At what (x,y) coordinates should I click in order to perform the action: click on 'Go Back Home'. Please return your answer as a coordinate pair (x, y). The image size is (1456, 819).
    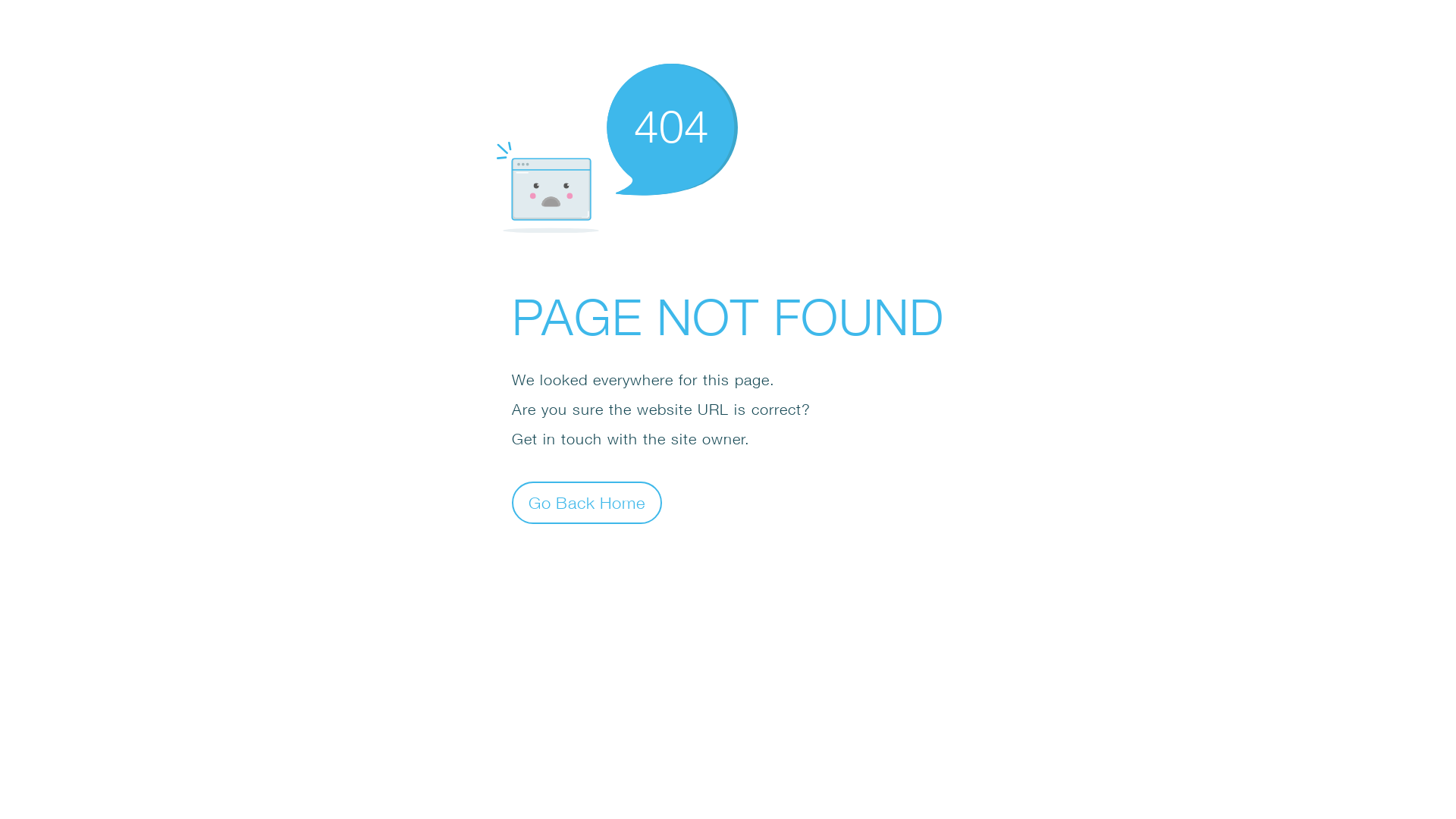
    Looking at the image, I should click on (585, 503).